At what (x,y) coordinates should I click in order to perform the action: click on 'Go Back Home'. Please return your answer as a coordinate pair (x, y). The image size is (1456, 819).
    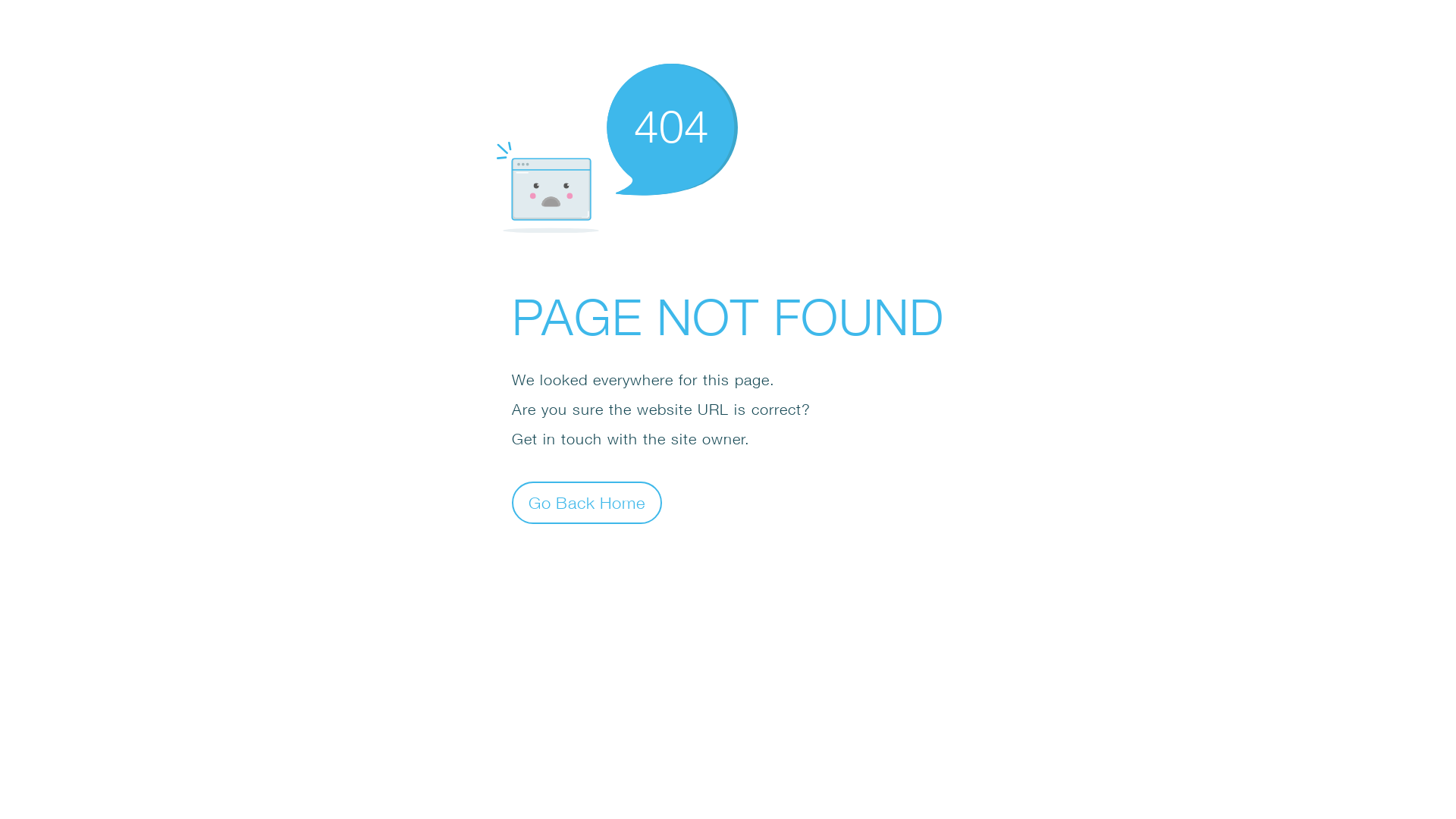
    Looking at the image, I should click on (585, 503).